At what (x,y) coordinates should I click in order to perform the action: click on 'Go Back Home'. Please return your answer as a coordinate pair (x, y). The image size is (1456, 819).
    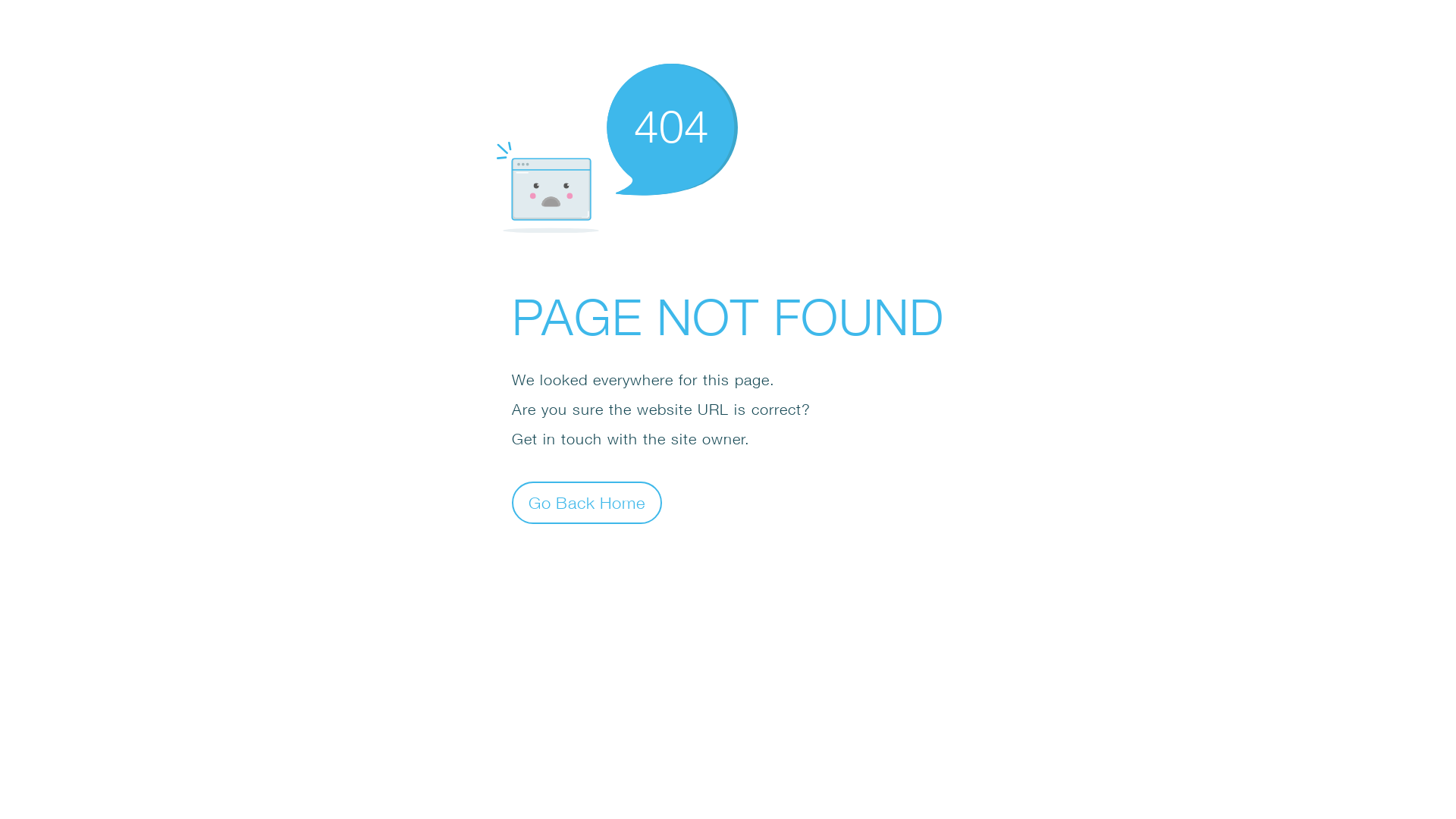
    Looking at the image, I should click on (585, 503).